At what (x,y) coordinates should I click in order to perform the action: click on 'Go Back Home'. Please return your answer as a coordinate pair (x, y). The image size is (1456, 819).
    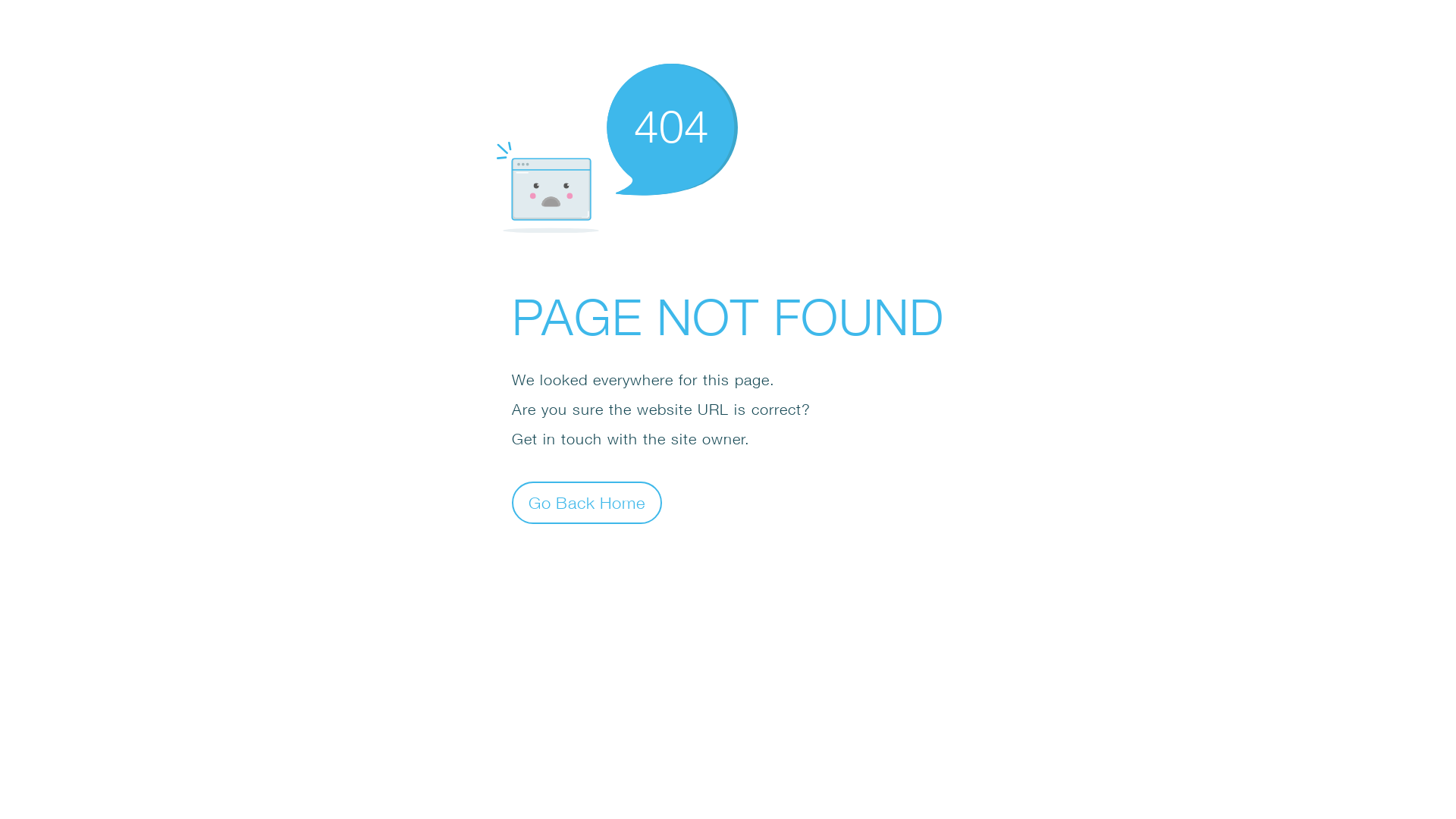
    Looking at the image, I should click on (585, 503).